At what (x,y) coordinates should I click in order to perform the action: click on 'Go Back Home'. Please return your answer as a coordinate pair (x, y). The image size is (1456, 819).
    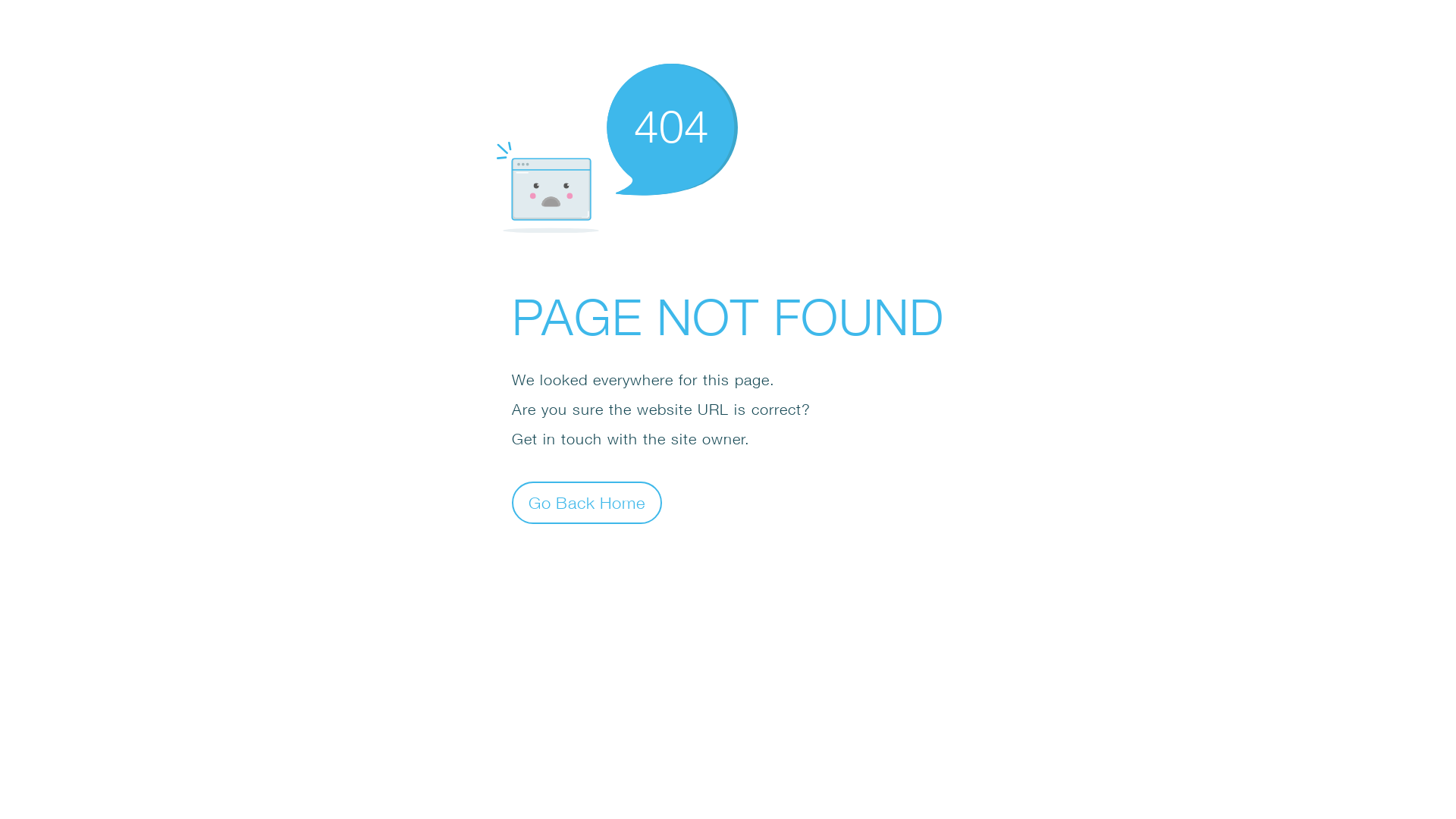
    Looking at the image, I should click on (585, 503).